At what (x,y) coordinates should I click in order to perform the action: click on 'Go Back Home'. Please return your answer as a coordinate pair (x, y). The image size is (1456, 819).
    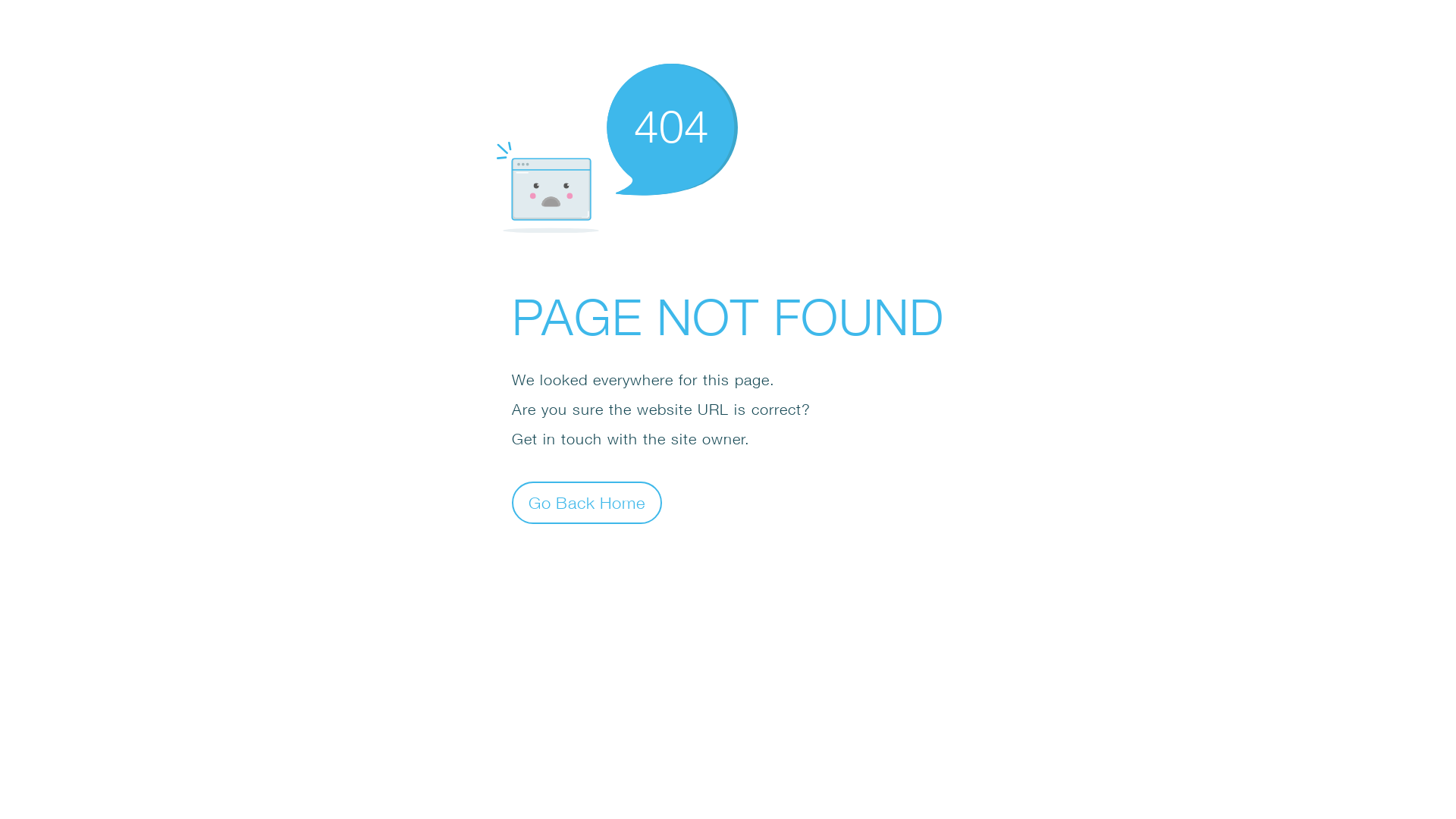
    Looking at the image, I should click on (585, 503).